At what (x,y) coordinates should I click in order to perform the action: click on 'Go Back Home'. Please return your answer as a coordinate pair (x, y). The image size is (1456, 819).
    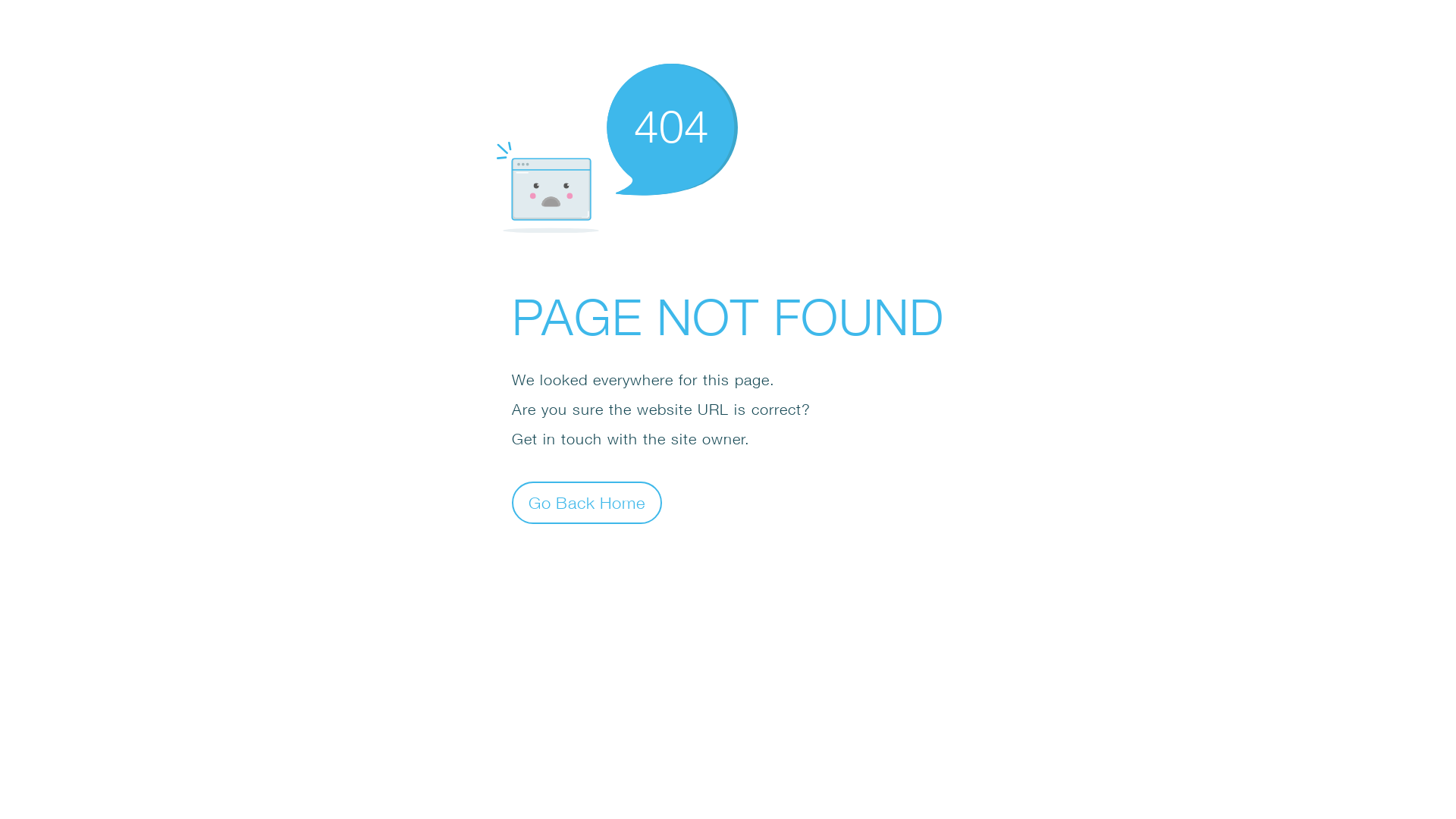
    Looking at the image, I should click on (585, 503).